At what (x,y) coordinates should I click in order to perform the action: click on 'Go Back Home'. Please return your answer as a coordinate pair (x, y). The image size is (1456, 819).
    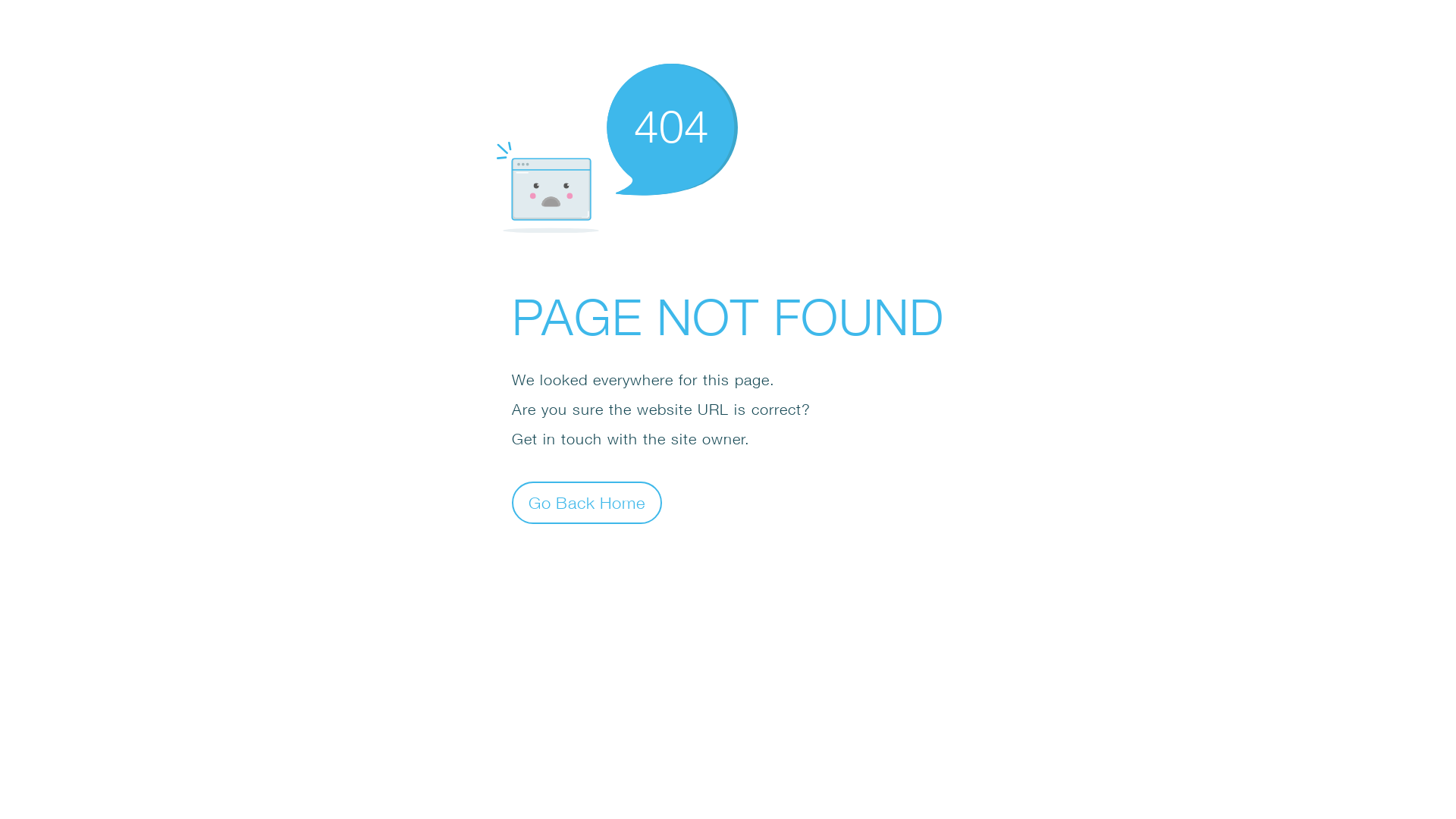
    Looking at the image, I should click on (585, 503).